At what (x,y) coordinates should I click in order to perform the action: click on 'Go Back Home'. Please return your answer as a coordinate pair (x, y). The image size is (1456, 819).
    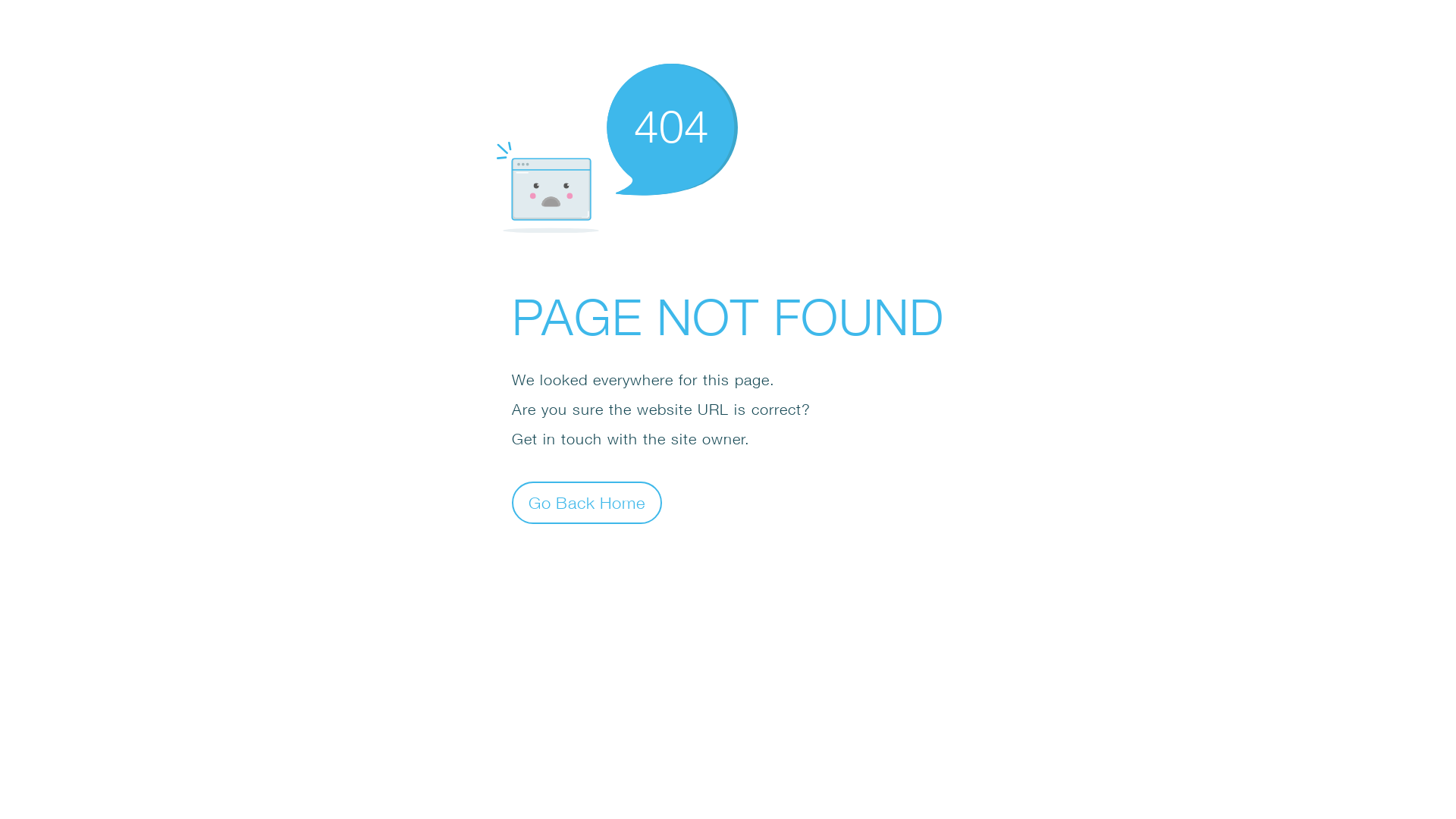
    Looking at the image, I should click on (585, 503).